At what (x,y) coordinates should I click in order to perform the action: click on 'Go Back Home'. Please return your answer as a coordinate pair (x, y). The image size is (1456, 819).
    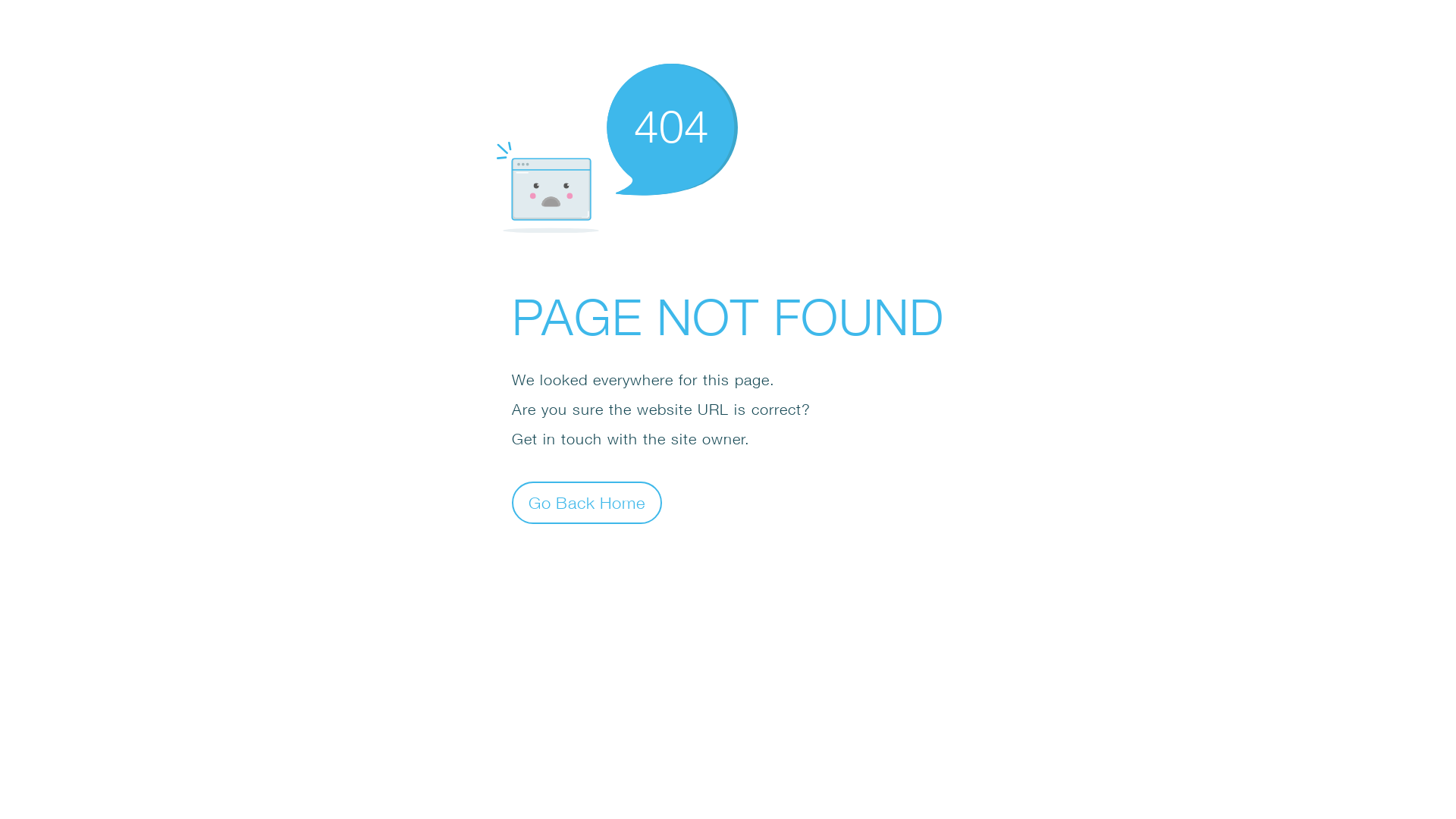
    Looking at the image, I should click on (585, 503).